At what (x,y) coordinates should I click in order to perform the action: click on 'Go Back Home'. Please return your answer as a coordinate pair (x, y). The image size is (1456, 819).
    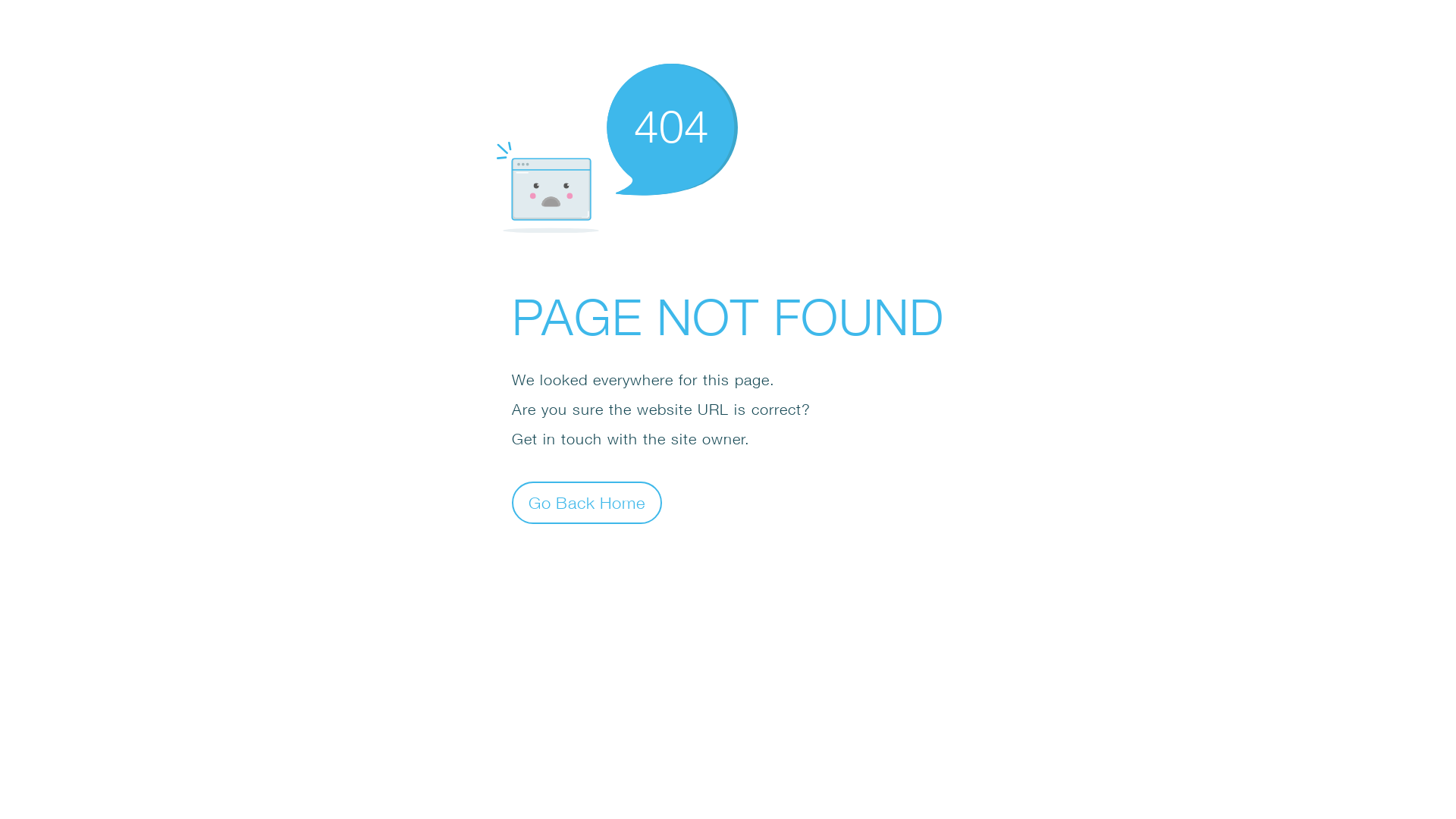
    Looking at the image, I should click on (585, 503).